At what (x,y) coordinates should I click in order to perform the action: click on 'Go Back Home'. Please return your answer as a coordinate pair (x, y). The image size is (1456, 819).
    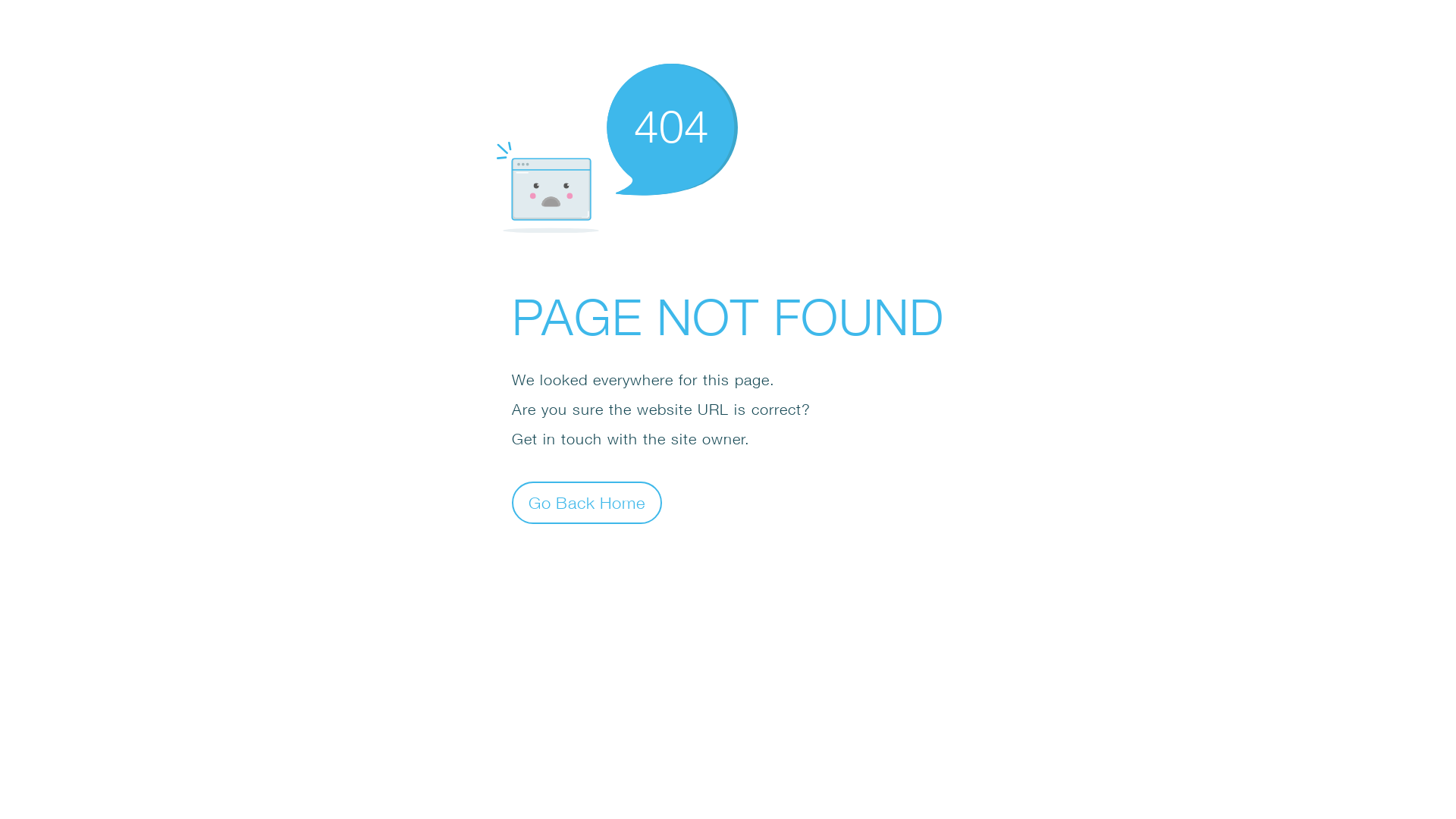
    Looking at the image, I should click on (585, 503).